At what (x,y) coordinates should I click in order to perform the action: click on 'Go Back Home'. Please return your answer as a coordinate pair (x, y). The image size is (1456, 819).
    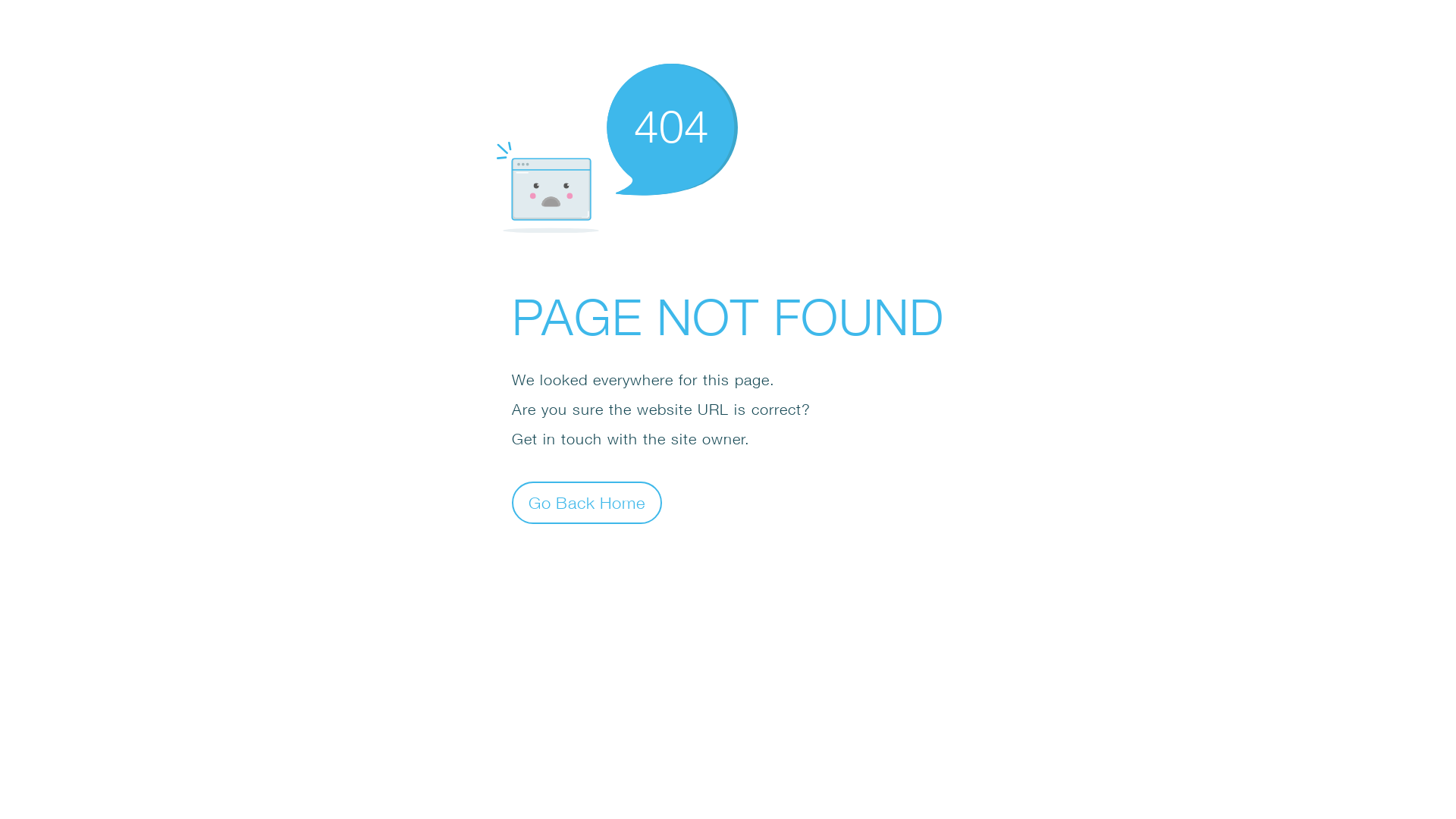
    Looking at the image, I should click on (585, 503).